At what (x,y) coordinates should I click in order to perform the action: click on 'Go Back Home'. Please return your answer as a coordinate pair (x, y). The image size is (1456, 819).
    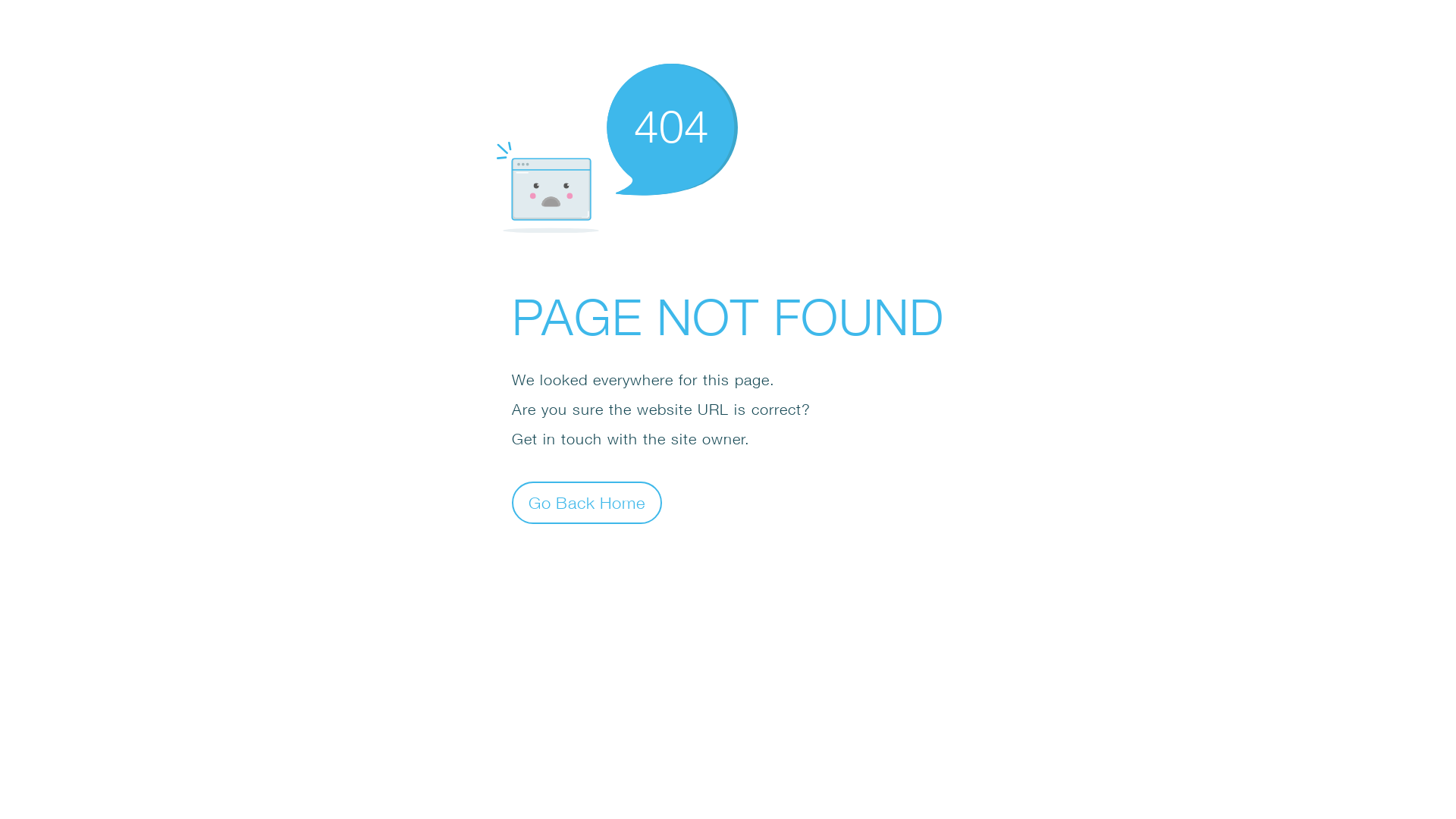
    Looking at the image, I should click on (585, 503).